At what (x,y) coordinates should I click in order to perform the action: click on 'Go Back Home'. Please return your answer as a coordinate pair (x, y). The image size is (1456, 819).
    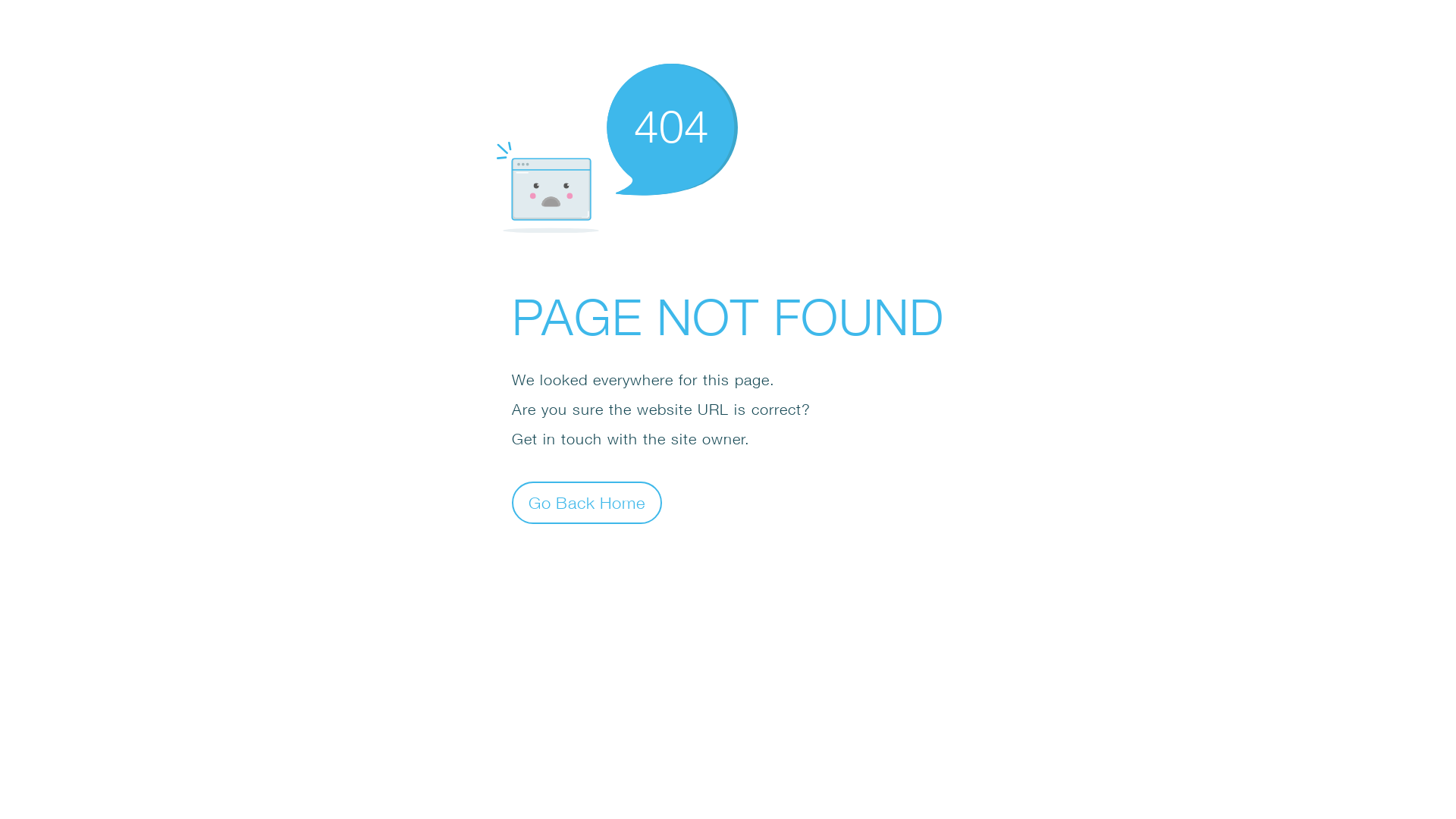
    Looking at the image, I should click on (585, 503).